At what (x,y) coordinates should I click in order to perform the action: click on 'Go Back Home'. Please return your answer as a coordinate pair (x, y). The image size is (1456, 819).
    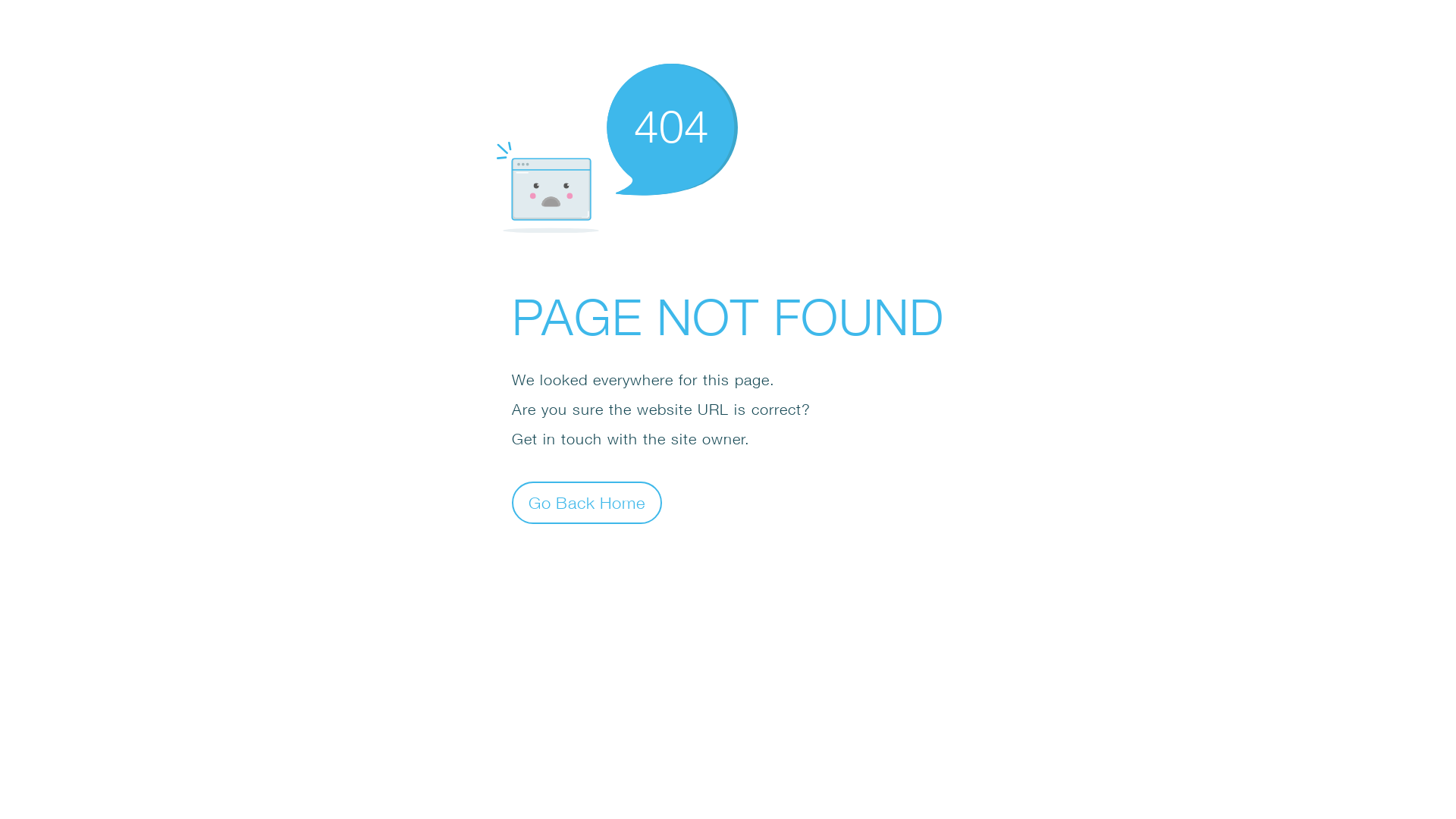
    Looking at the image, I should click on (585, 503).